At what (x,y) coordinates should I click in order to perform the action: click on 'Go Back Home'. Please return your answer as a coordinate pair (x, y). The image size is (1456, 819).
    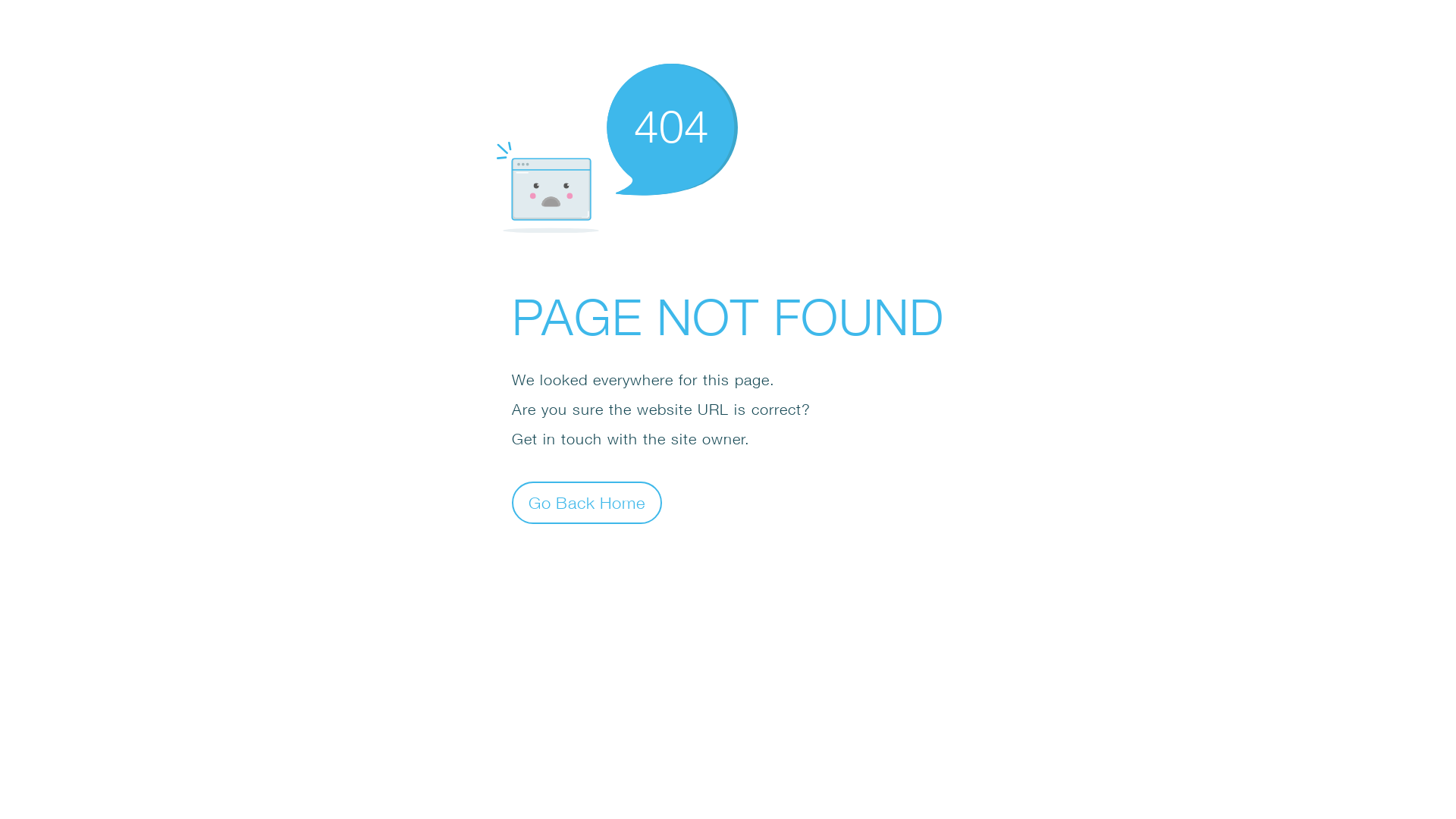
    Looking at the image, I should click on (585, 503).